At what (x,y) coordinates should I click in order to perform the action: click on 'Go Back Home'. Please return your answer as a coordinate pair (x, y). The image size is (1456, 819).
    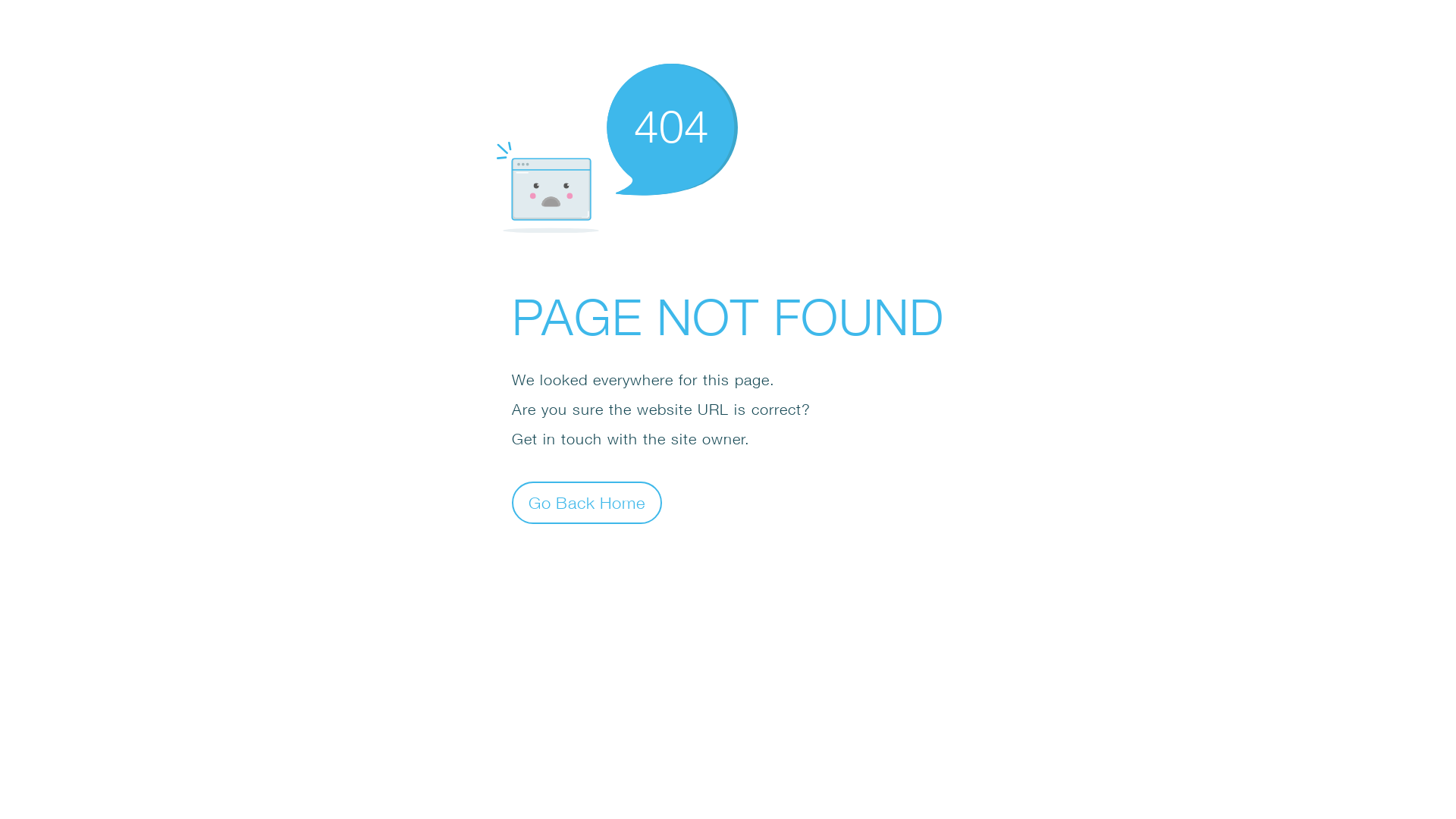
    Looking at the image, I should click on (585, 503).